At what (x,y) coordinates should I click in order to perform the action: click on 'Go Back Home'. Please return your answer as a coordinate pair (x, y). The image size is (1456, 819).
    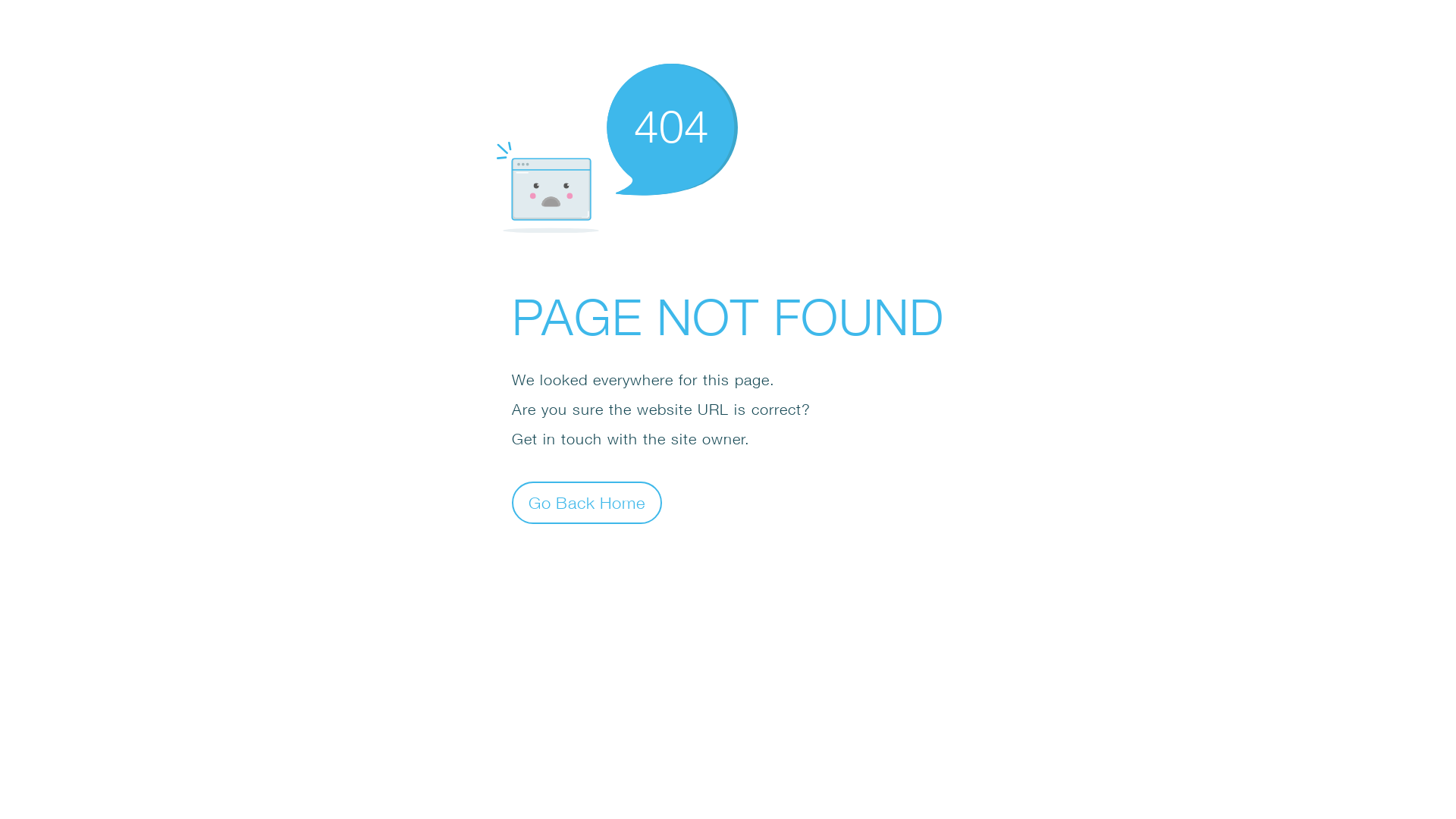
    Looking at the image, I should click on (585, 503).